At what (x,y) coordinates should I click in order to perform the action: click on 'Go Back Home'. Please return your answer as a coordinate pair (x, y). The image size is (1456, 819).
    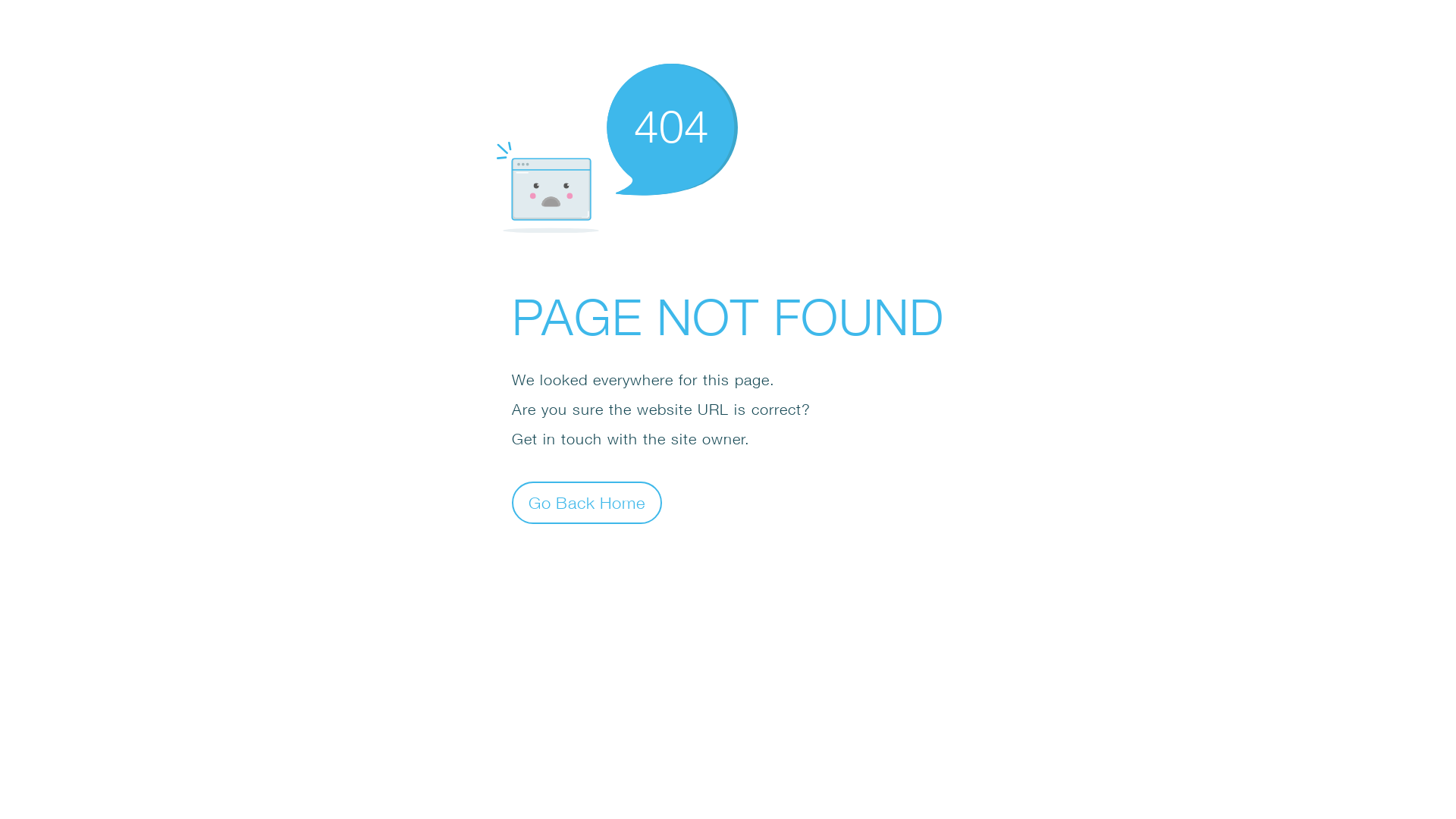
    Looking at the image, I should click on (585, 503).